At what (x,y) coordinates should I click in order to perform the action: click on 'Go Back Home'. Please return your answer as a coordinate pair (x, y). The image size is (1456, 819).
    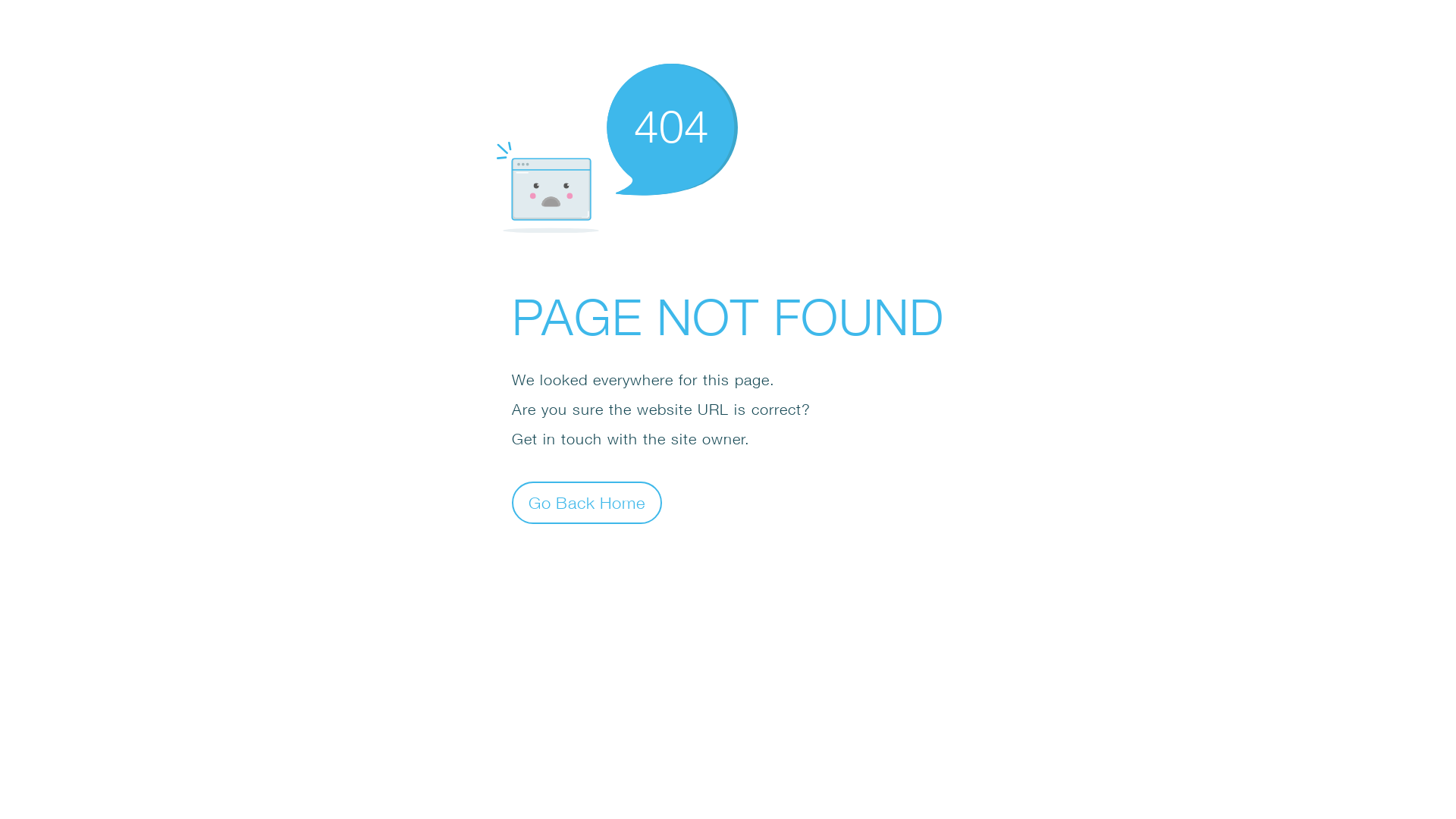
    Looking at the image, I should click on (585, 503).